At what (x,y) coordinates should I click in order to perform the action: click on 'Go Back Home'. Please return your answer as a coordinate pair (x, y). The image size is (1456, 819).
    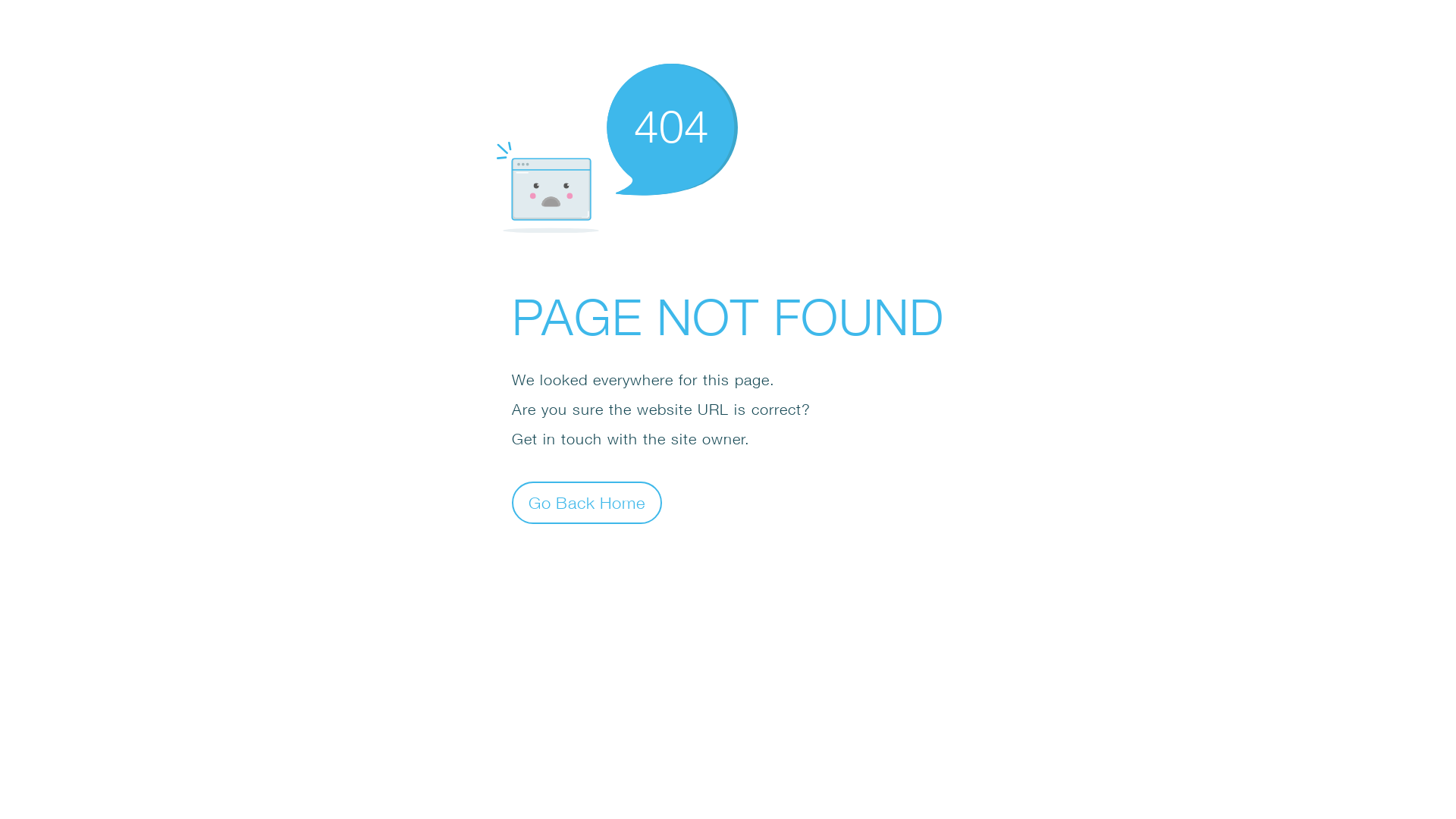
    Looking at the image, I should click on (585, 503).